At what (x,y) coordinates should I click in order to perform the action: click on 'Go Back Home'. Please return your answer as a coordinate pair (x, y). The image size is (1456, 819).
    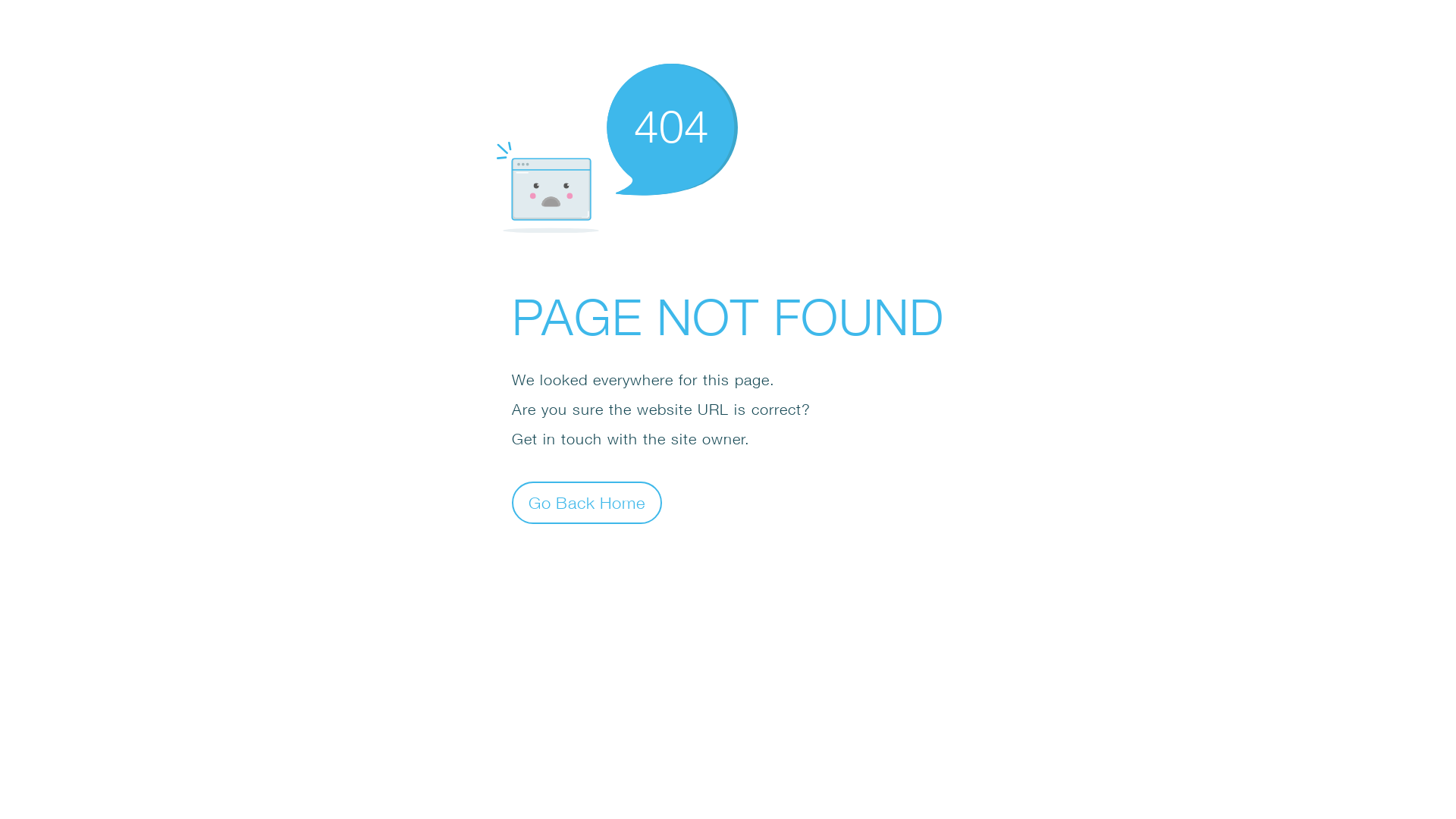
    Looking at the image, I should click on (585, 503).